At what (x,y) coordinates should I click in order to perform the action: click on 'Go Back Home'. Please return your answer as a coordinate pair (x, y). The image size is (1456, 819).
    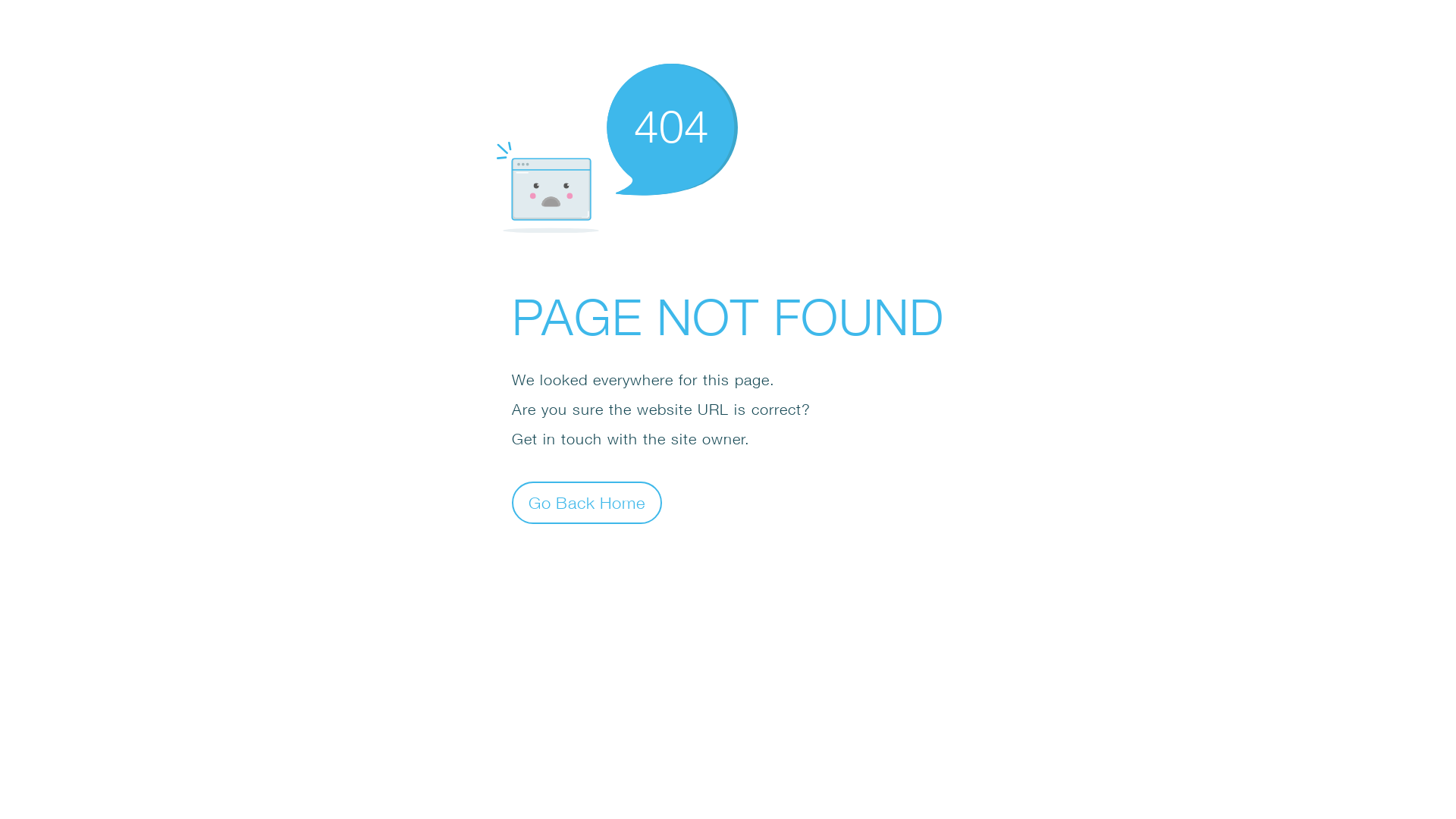
    Looking at the image, I should click on (585, 503).